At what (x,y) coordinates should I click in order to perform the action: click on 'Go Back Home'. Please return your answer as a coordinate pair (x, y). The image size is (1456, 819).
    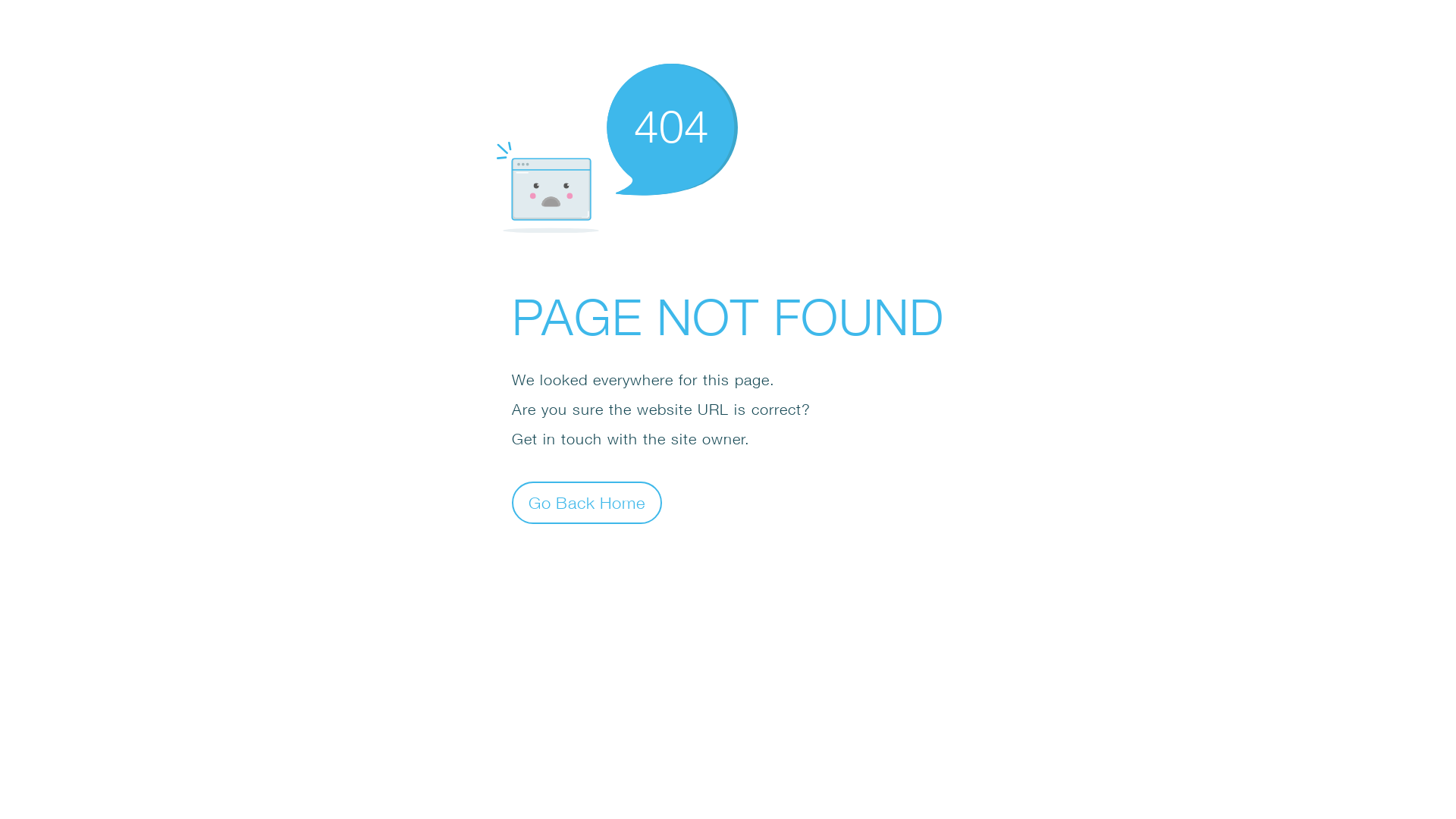
    Looking at the image, I should click on (585, 503).